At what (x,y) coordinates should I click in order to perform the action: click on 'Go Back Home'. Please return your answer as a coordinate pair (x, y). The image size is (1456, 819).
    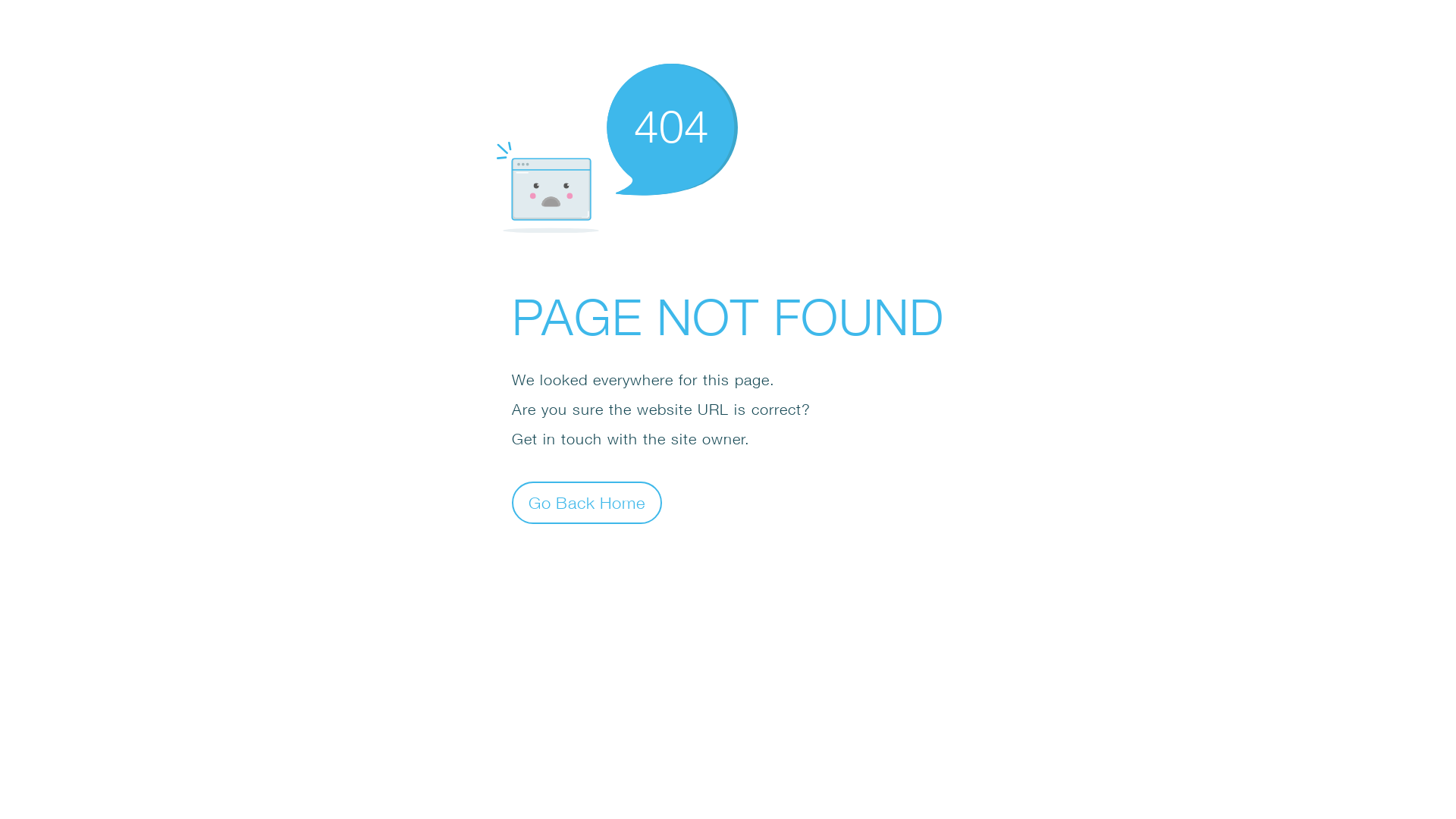
    Looking at the image, I should click on (585, 503).